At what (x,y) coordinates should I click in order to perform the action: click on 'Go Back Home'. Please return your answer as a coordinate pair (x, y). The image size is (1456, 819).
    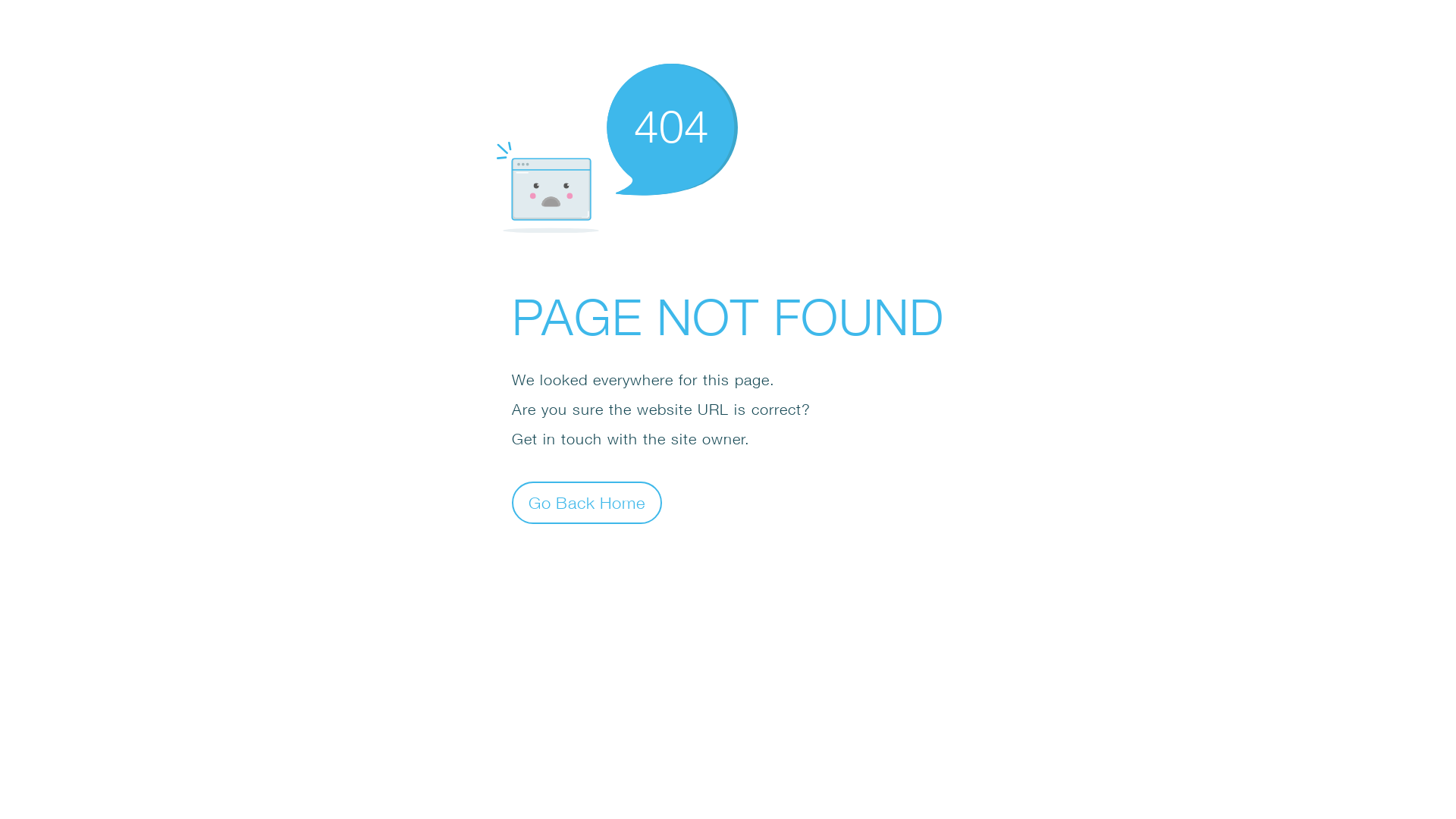
    Looking at the image, I should click on (585, 503).